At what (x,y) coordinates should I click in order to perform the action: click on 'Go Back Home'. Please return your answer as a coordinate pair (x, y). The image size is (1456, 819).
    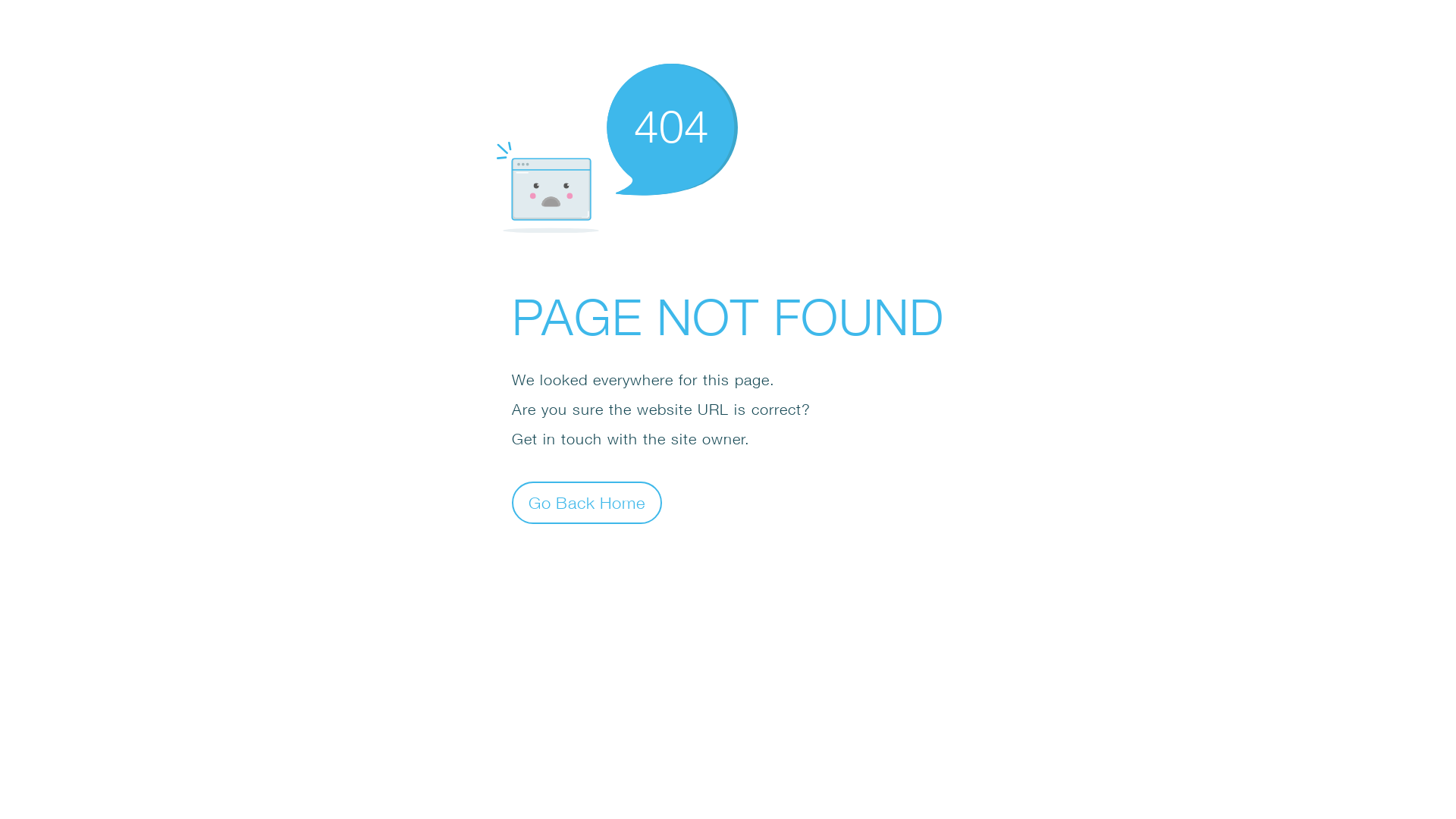
    Looking at the image, I should click on (585, 503).